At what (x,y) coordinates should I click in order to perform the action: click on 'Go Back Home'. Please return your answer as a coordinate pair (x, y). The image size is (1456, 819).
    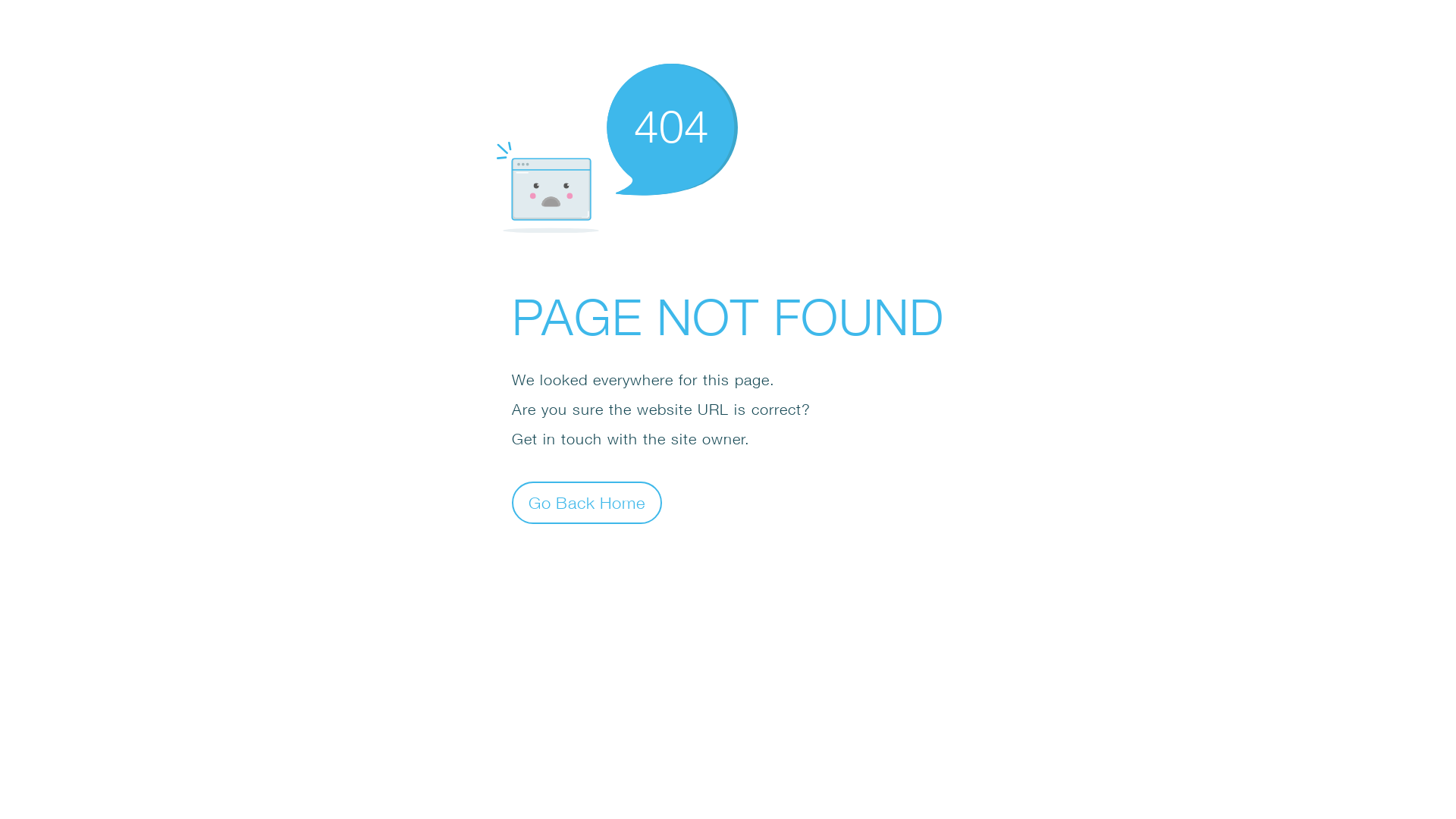
    Looking at the image, I should click on (585, 503).